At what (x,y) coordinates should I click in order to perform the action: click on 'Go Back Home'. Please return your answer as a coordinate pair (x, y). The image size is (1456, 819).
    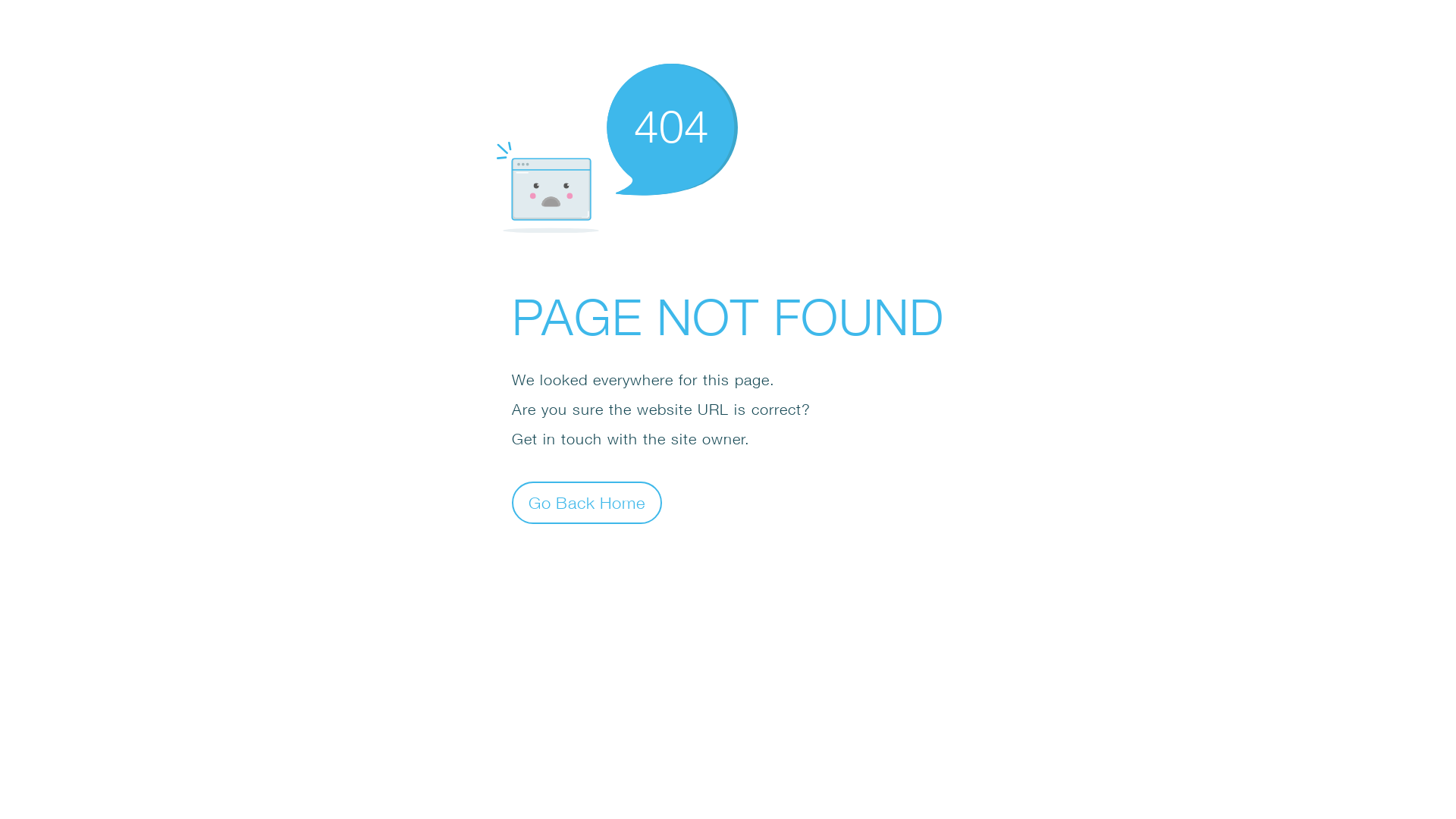
    Looking at the image, I should click on (585, 503).